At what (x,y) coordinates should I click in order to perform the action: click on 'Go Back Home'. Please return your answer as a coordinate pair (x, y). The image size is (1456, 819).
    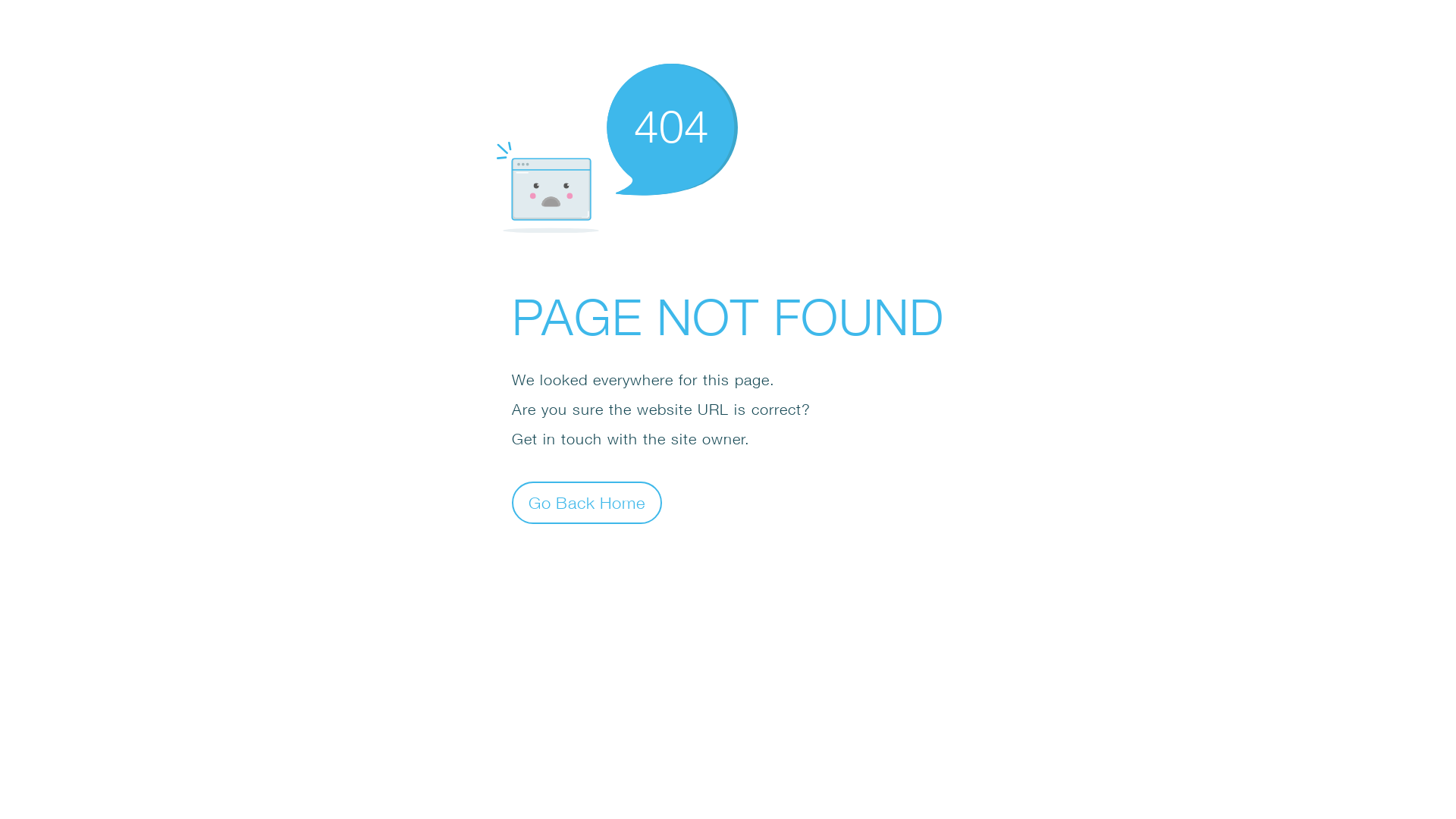
    Looking at the image, I should click on (585, 503).